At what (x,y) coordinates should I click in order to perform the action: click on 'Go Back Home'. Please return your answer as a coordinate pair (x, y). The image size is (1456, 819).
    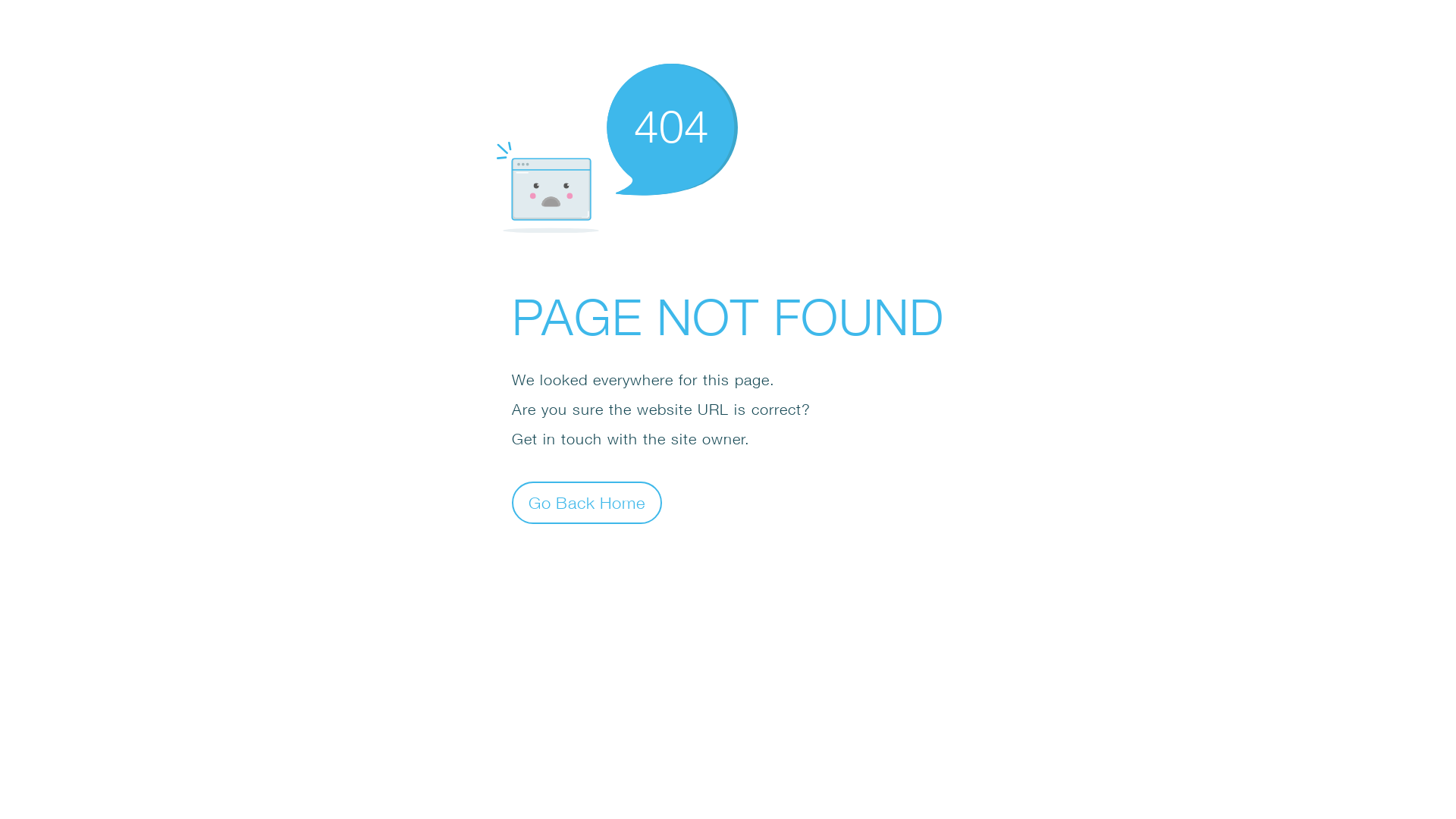
    Looking at the image, I should click on (585, 503).